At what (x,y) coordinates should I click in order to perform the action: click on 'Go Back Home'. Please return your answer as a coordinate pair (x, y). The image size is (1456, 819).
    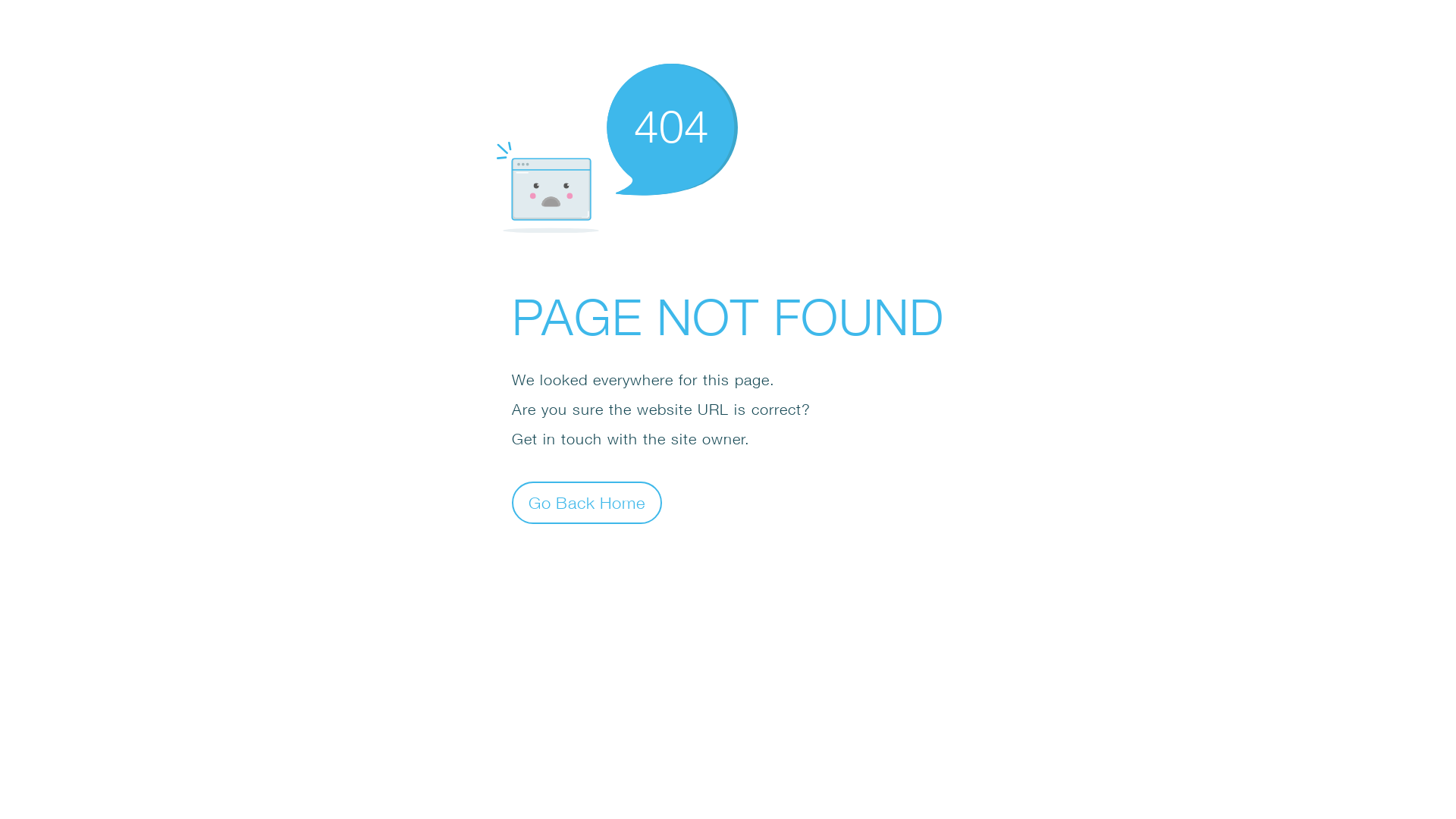
    Looking at the image, I should click on (585, 503).